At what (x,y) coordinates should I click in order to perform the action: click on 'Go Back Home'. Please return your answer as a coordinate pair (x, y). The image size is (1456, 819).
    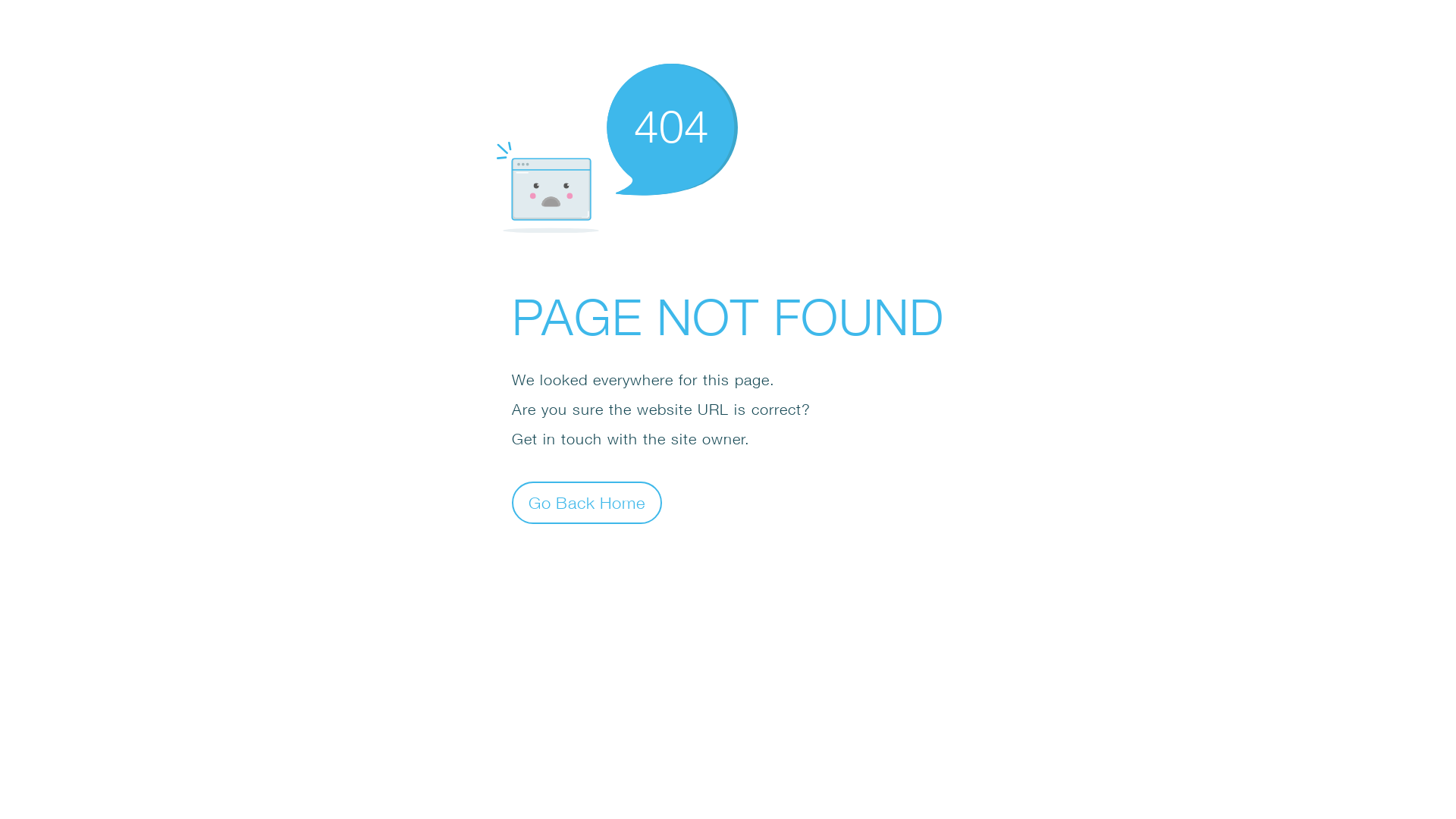
    Looking at the image, I should click on (585, 503).